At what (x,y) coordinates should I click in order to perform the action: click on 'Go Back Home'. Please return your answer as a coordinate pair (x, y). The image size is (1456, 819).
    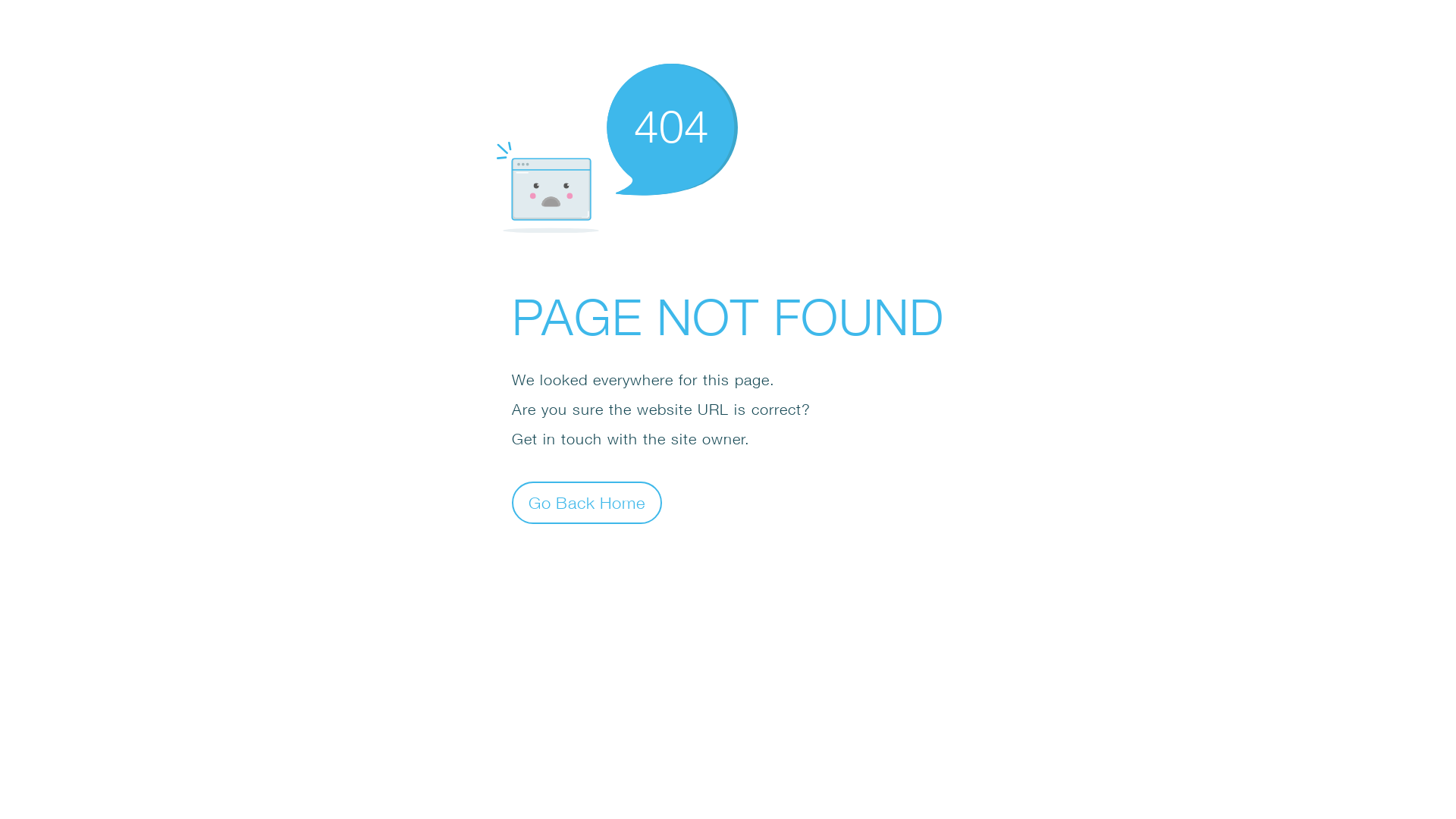
    Looking at the image, I should click on (585, 503).